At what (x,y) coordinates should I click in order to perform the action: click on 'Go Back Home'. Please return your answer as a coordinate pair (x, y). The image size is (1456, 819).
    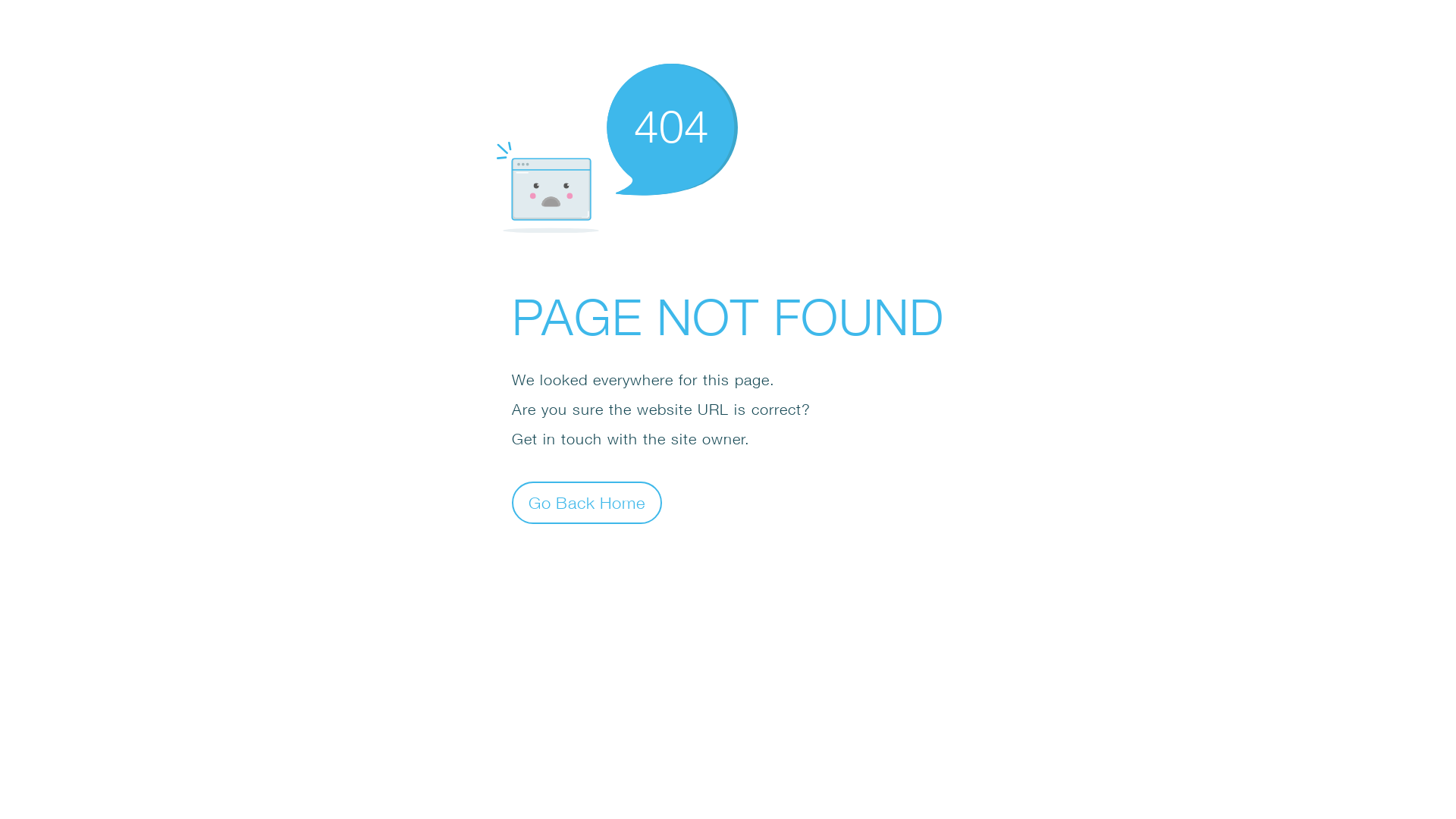
    Looking at the image, I should click on (585, 503).